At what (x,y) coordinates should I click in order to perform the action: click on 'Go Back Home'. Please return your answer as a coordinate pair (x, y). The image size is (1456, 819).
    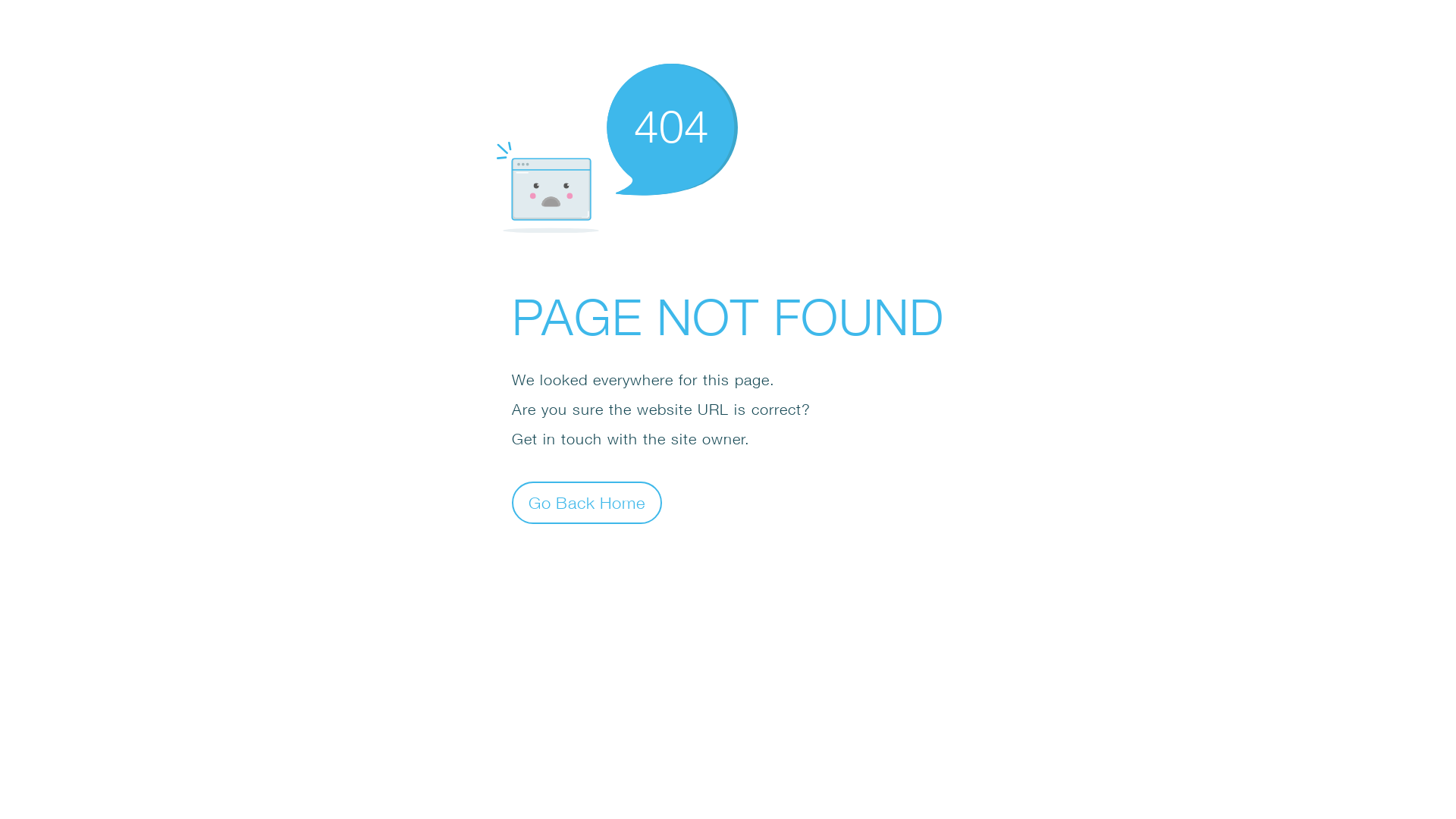
    Looking at the image, I should click on (585, 503).